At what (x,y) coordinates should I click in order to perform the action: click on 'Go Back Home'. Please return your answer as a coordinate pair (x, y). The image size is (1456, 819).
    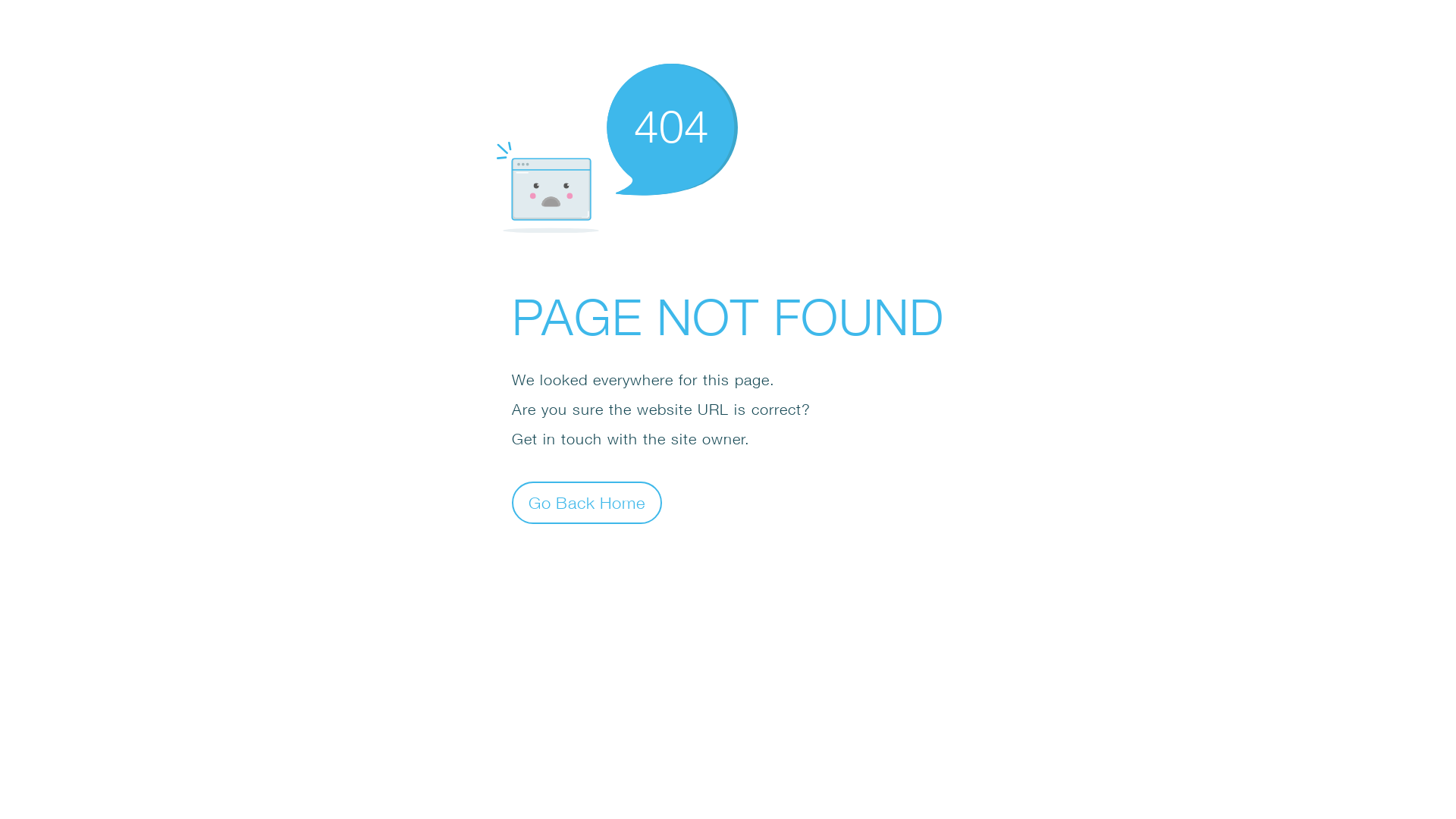
    Looking at the image, I should click on (585, 503).